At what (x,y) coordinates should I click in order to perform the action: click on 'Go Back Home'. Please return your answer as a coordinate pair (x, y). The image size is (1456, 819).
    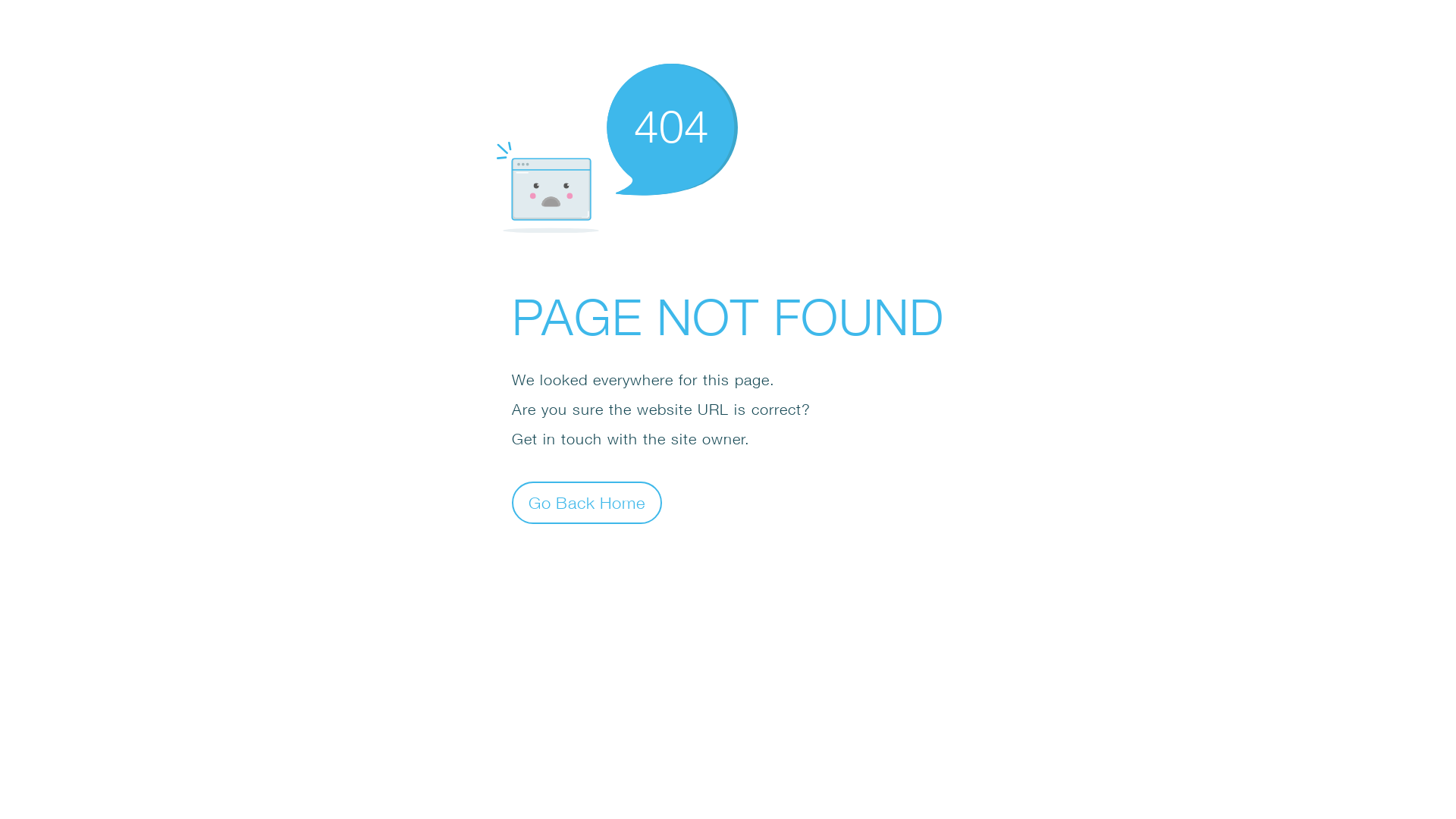
    Looking at the image, I should click on (585, 503).